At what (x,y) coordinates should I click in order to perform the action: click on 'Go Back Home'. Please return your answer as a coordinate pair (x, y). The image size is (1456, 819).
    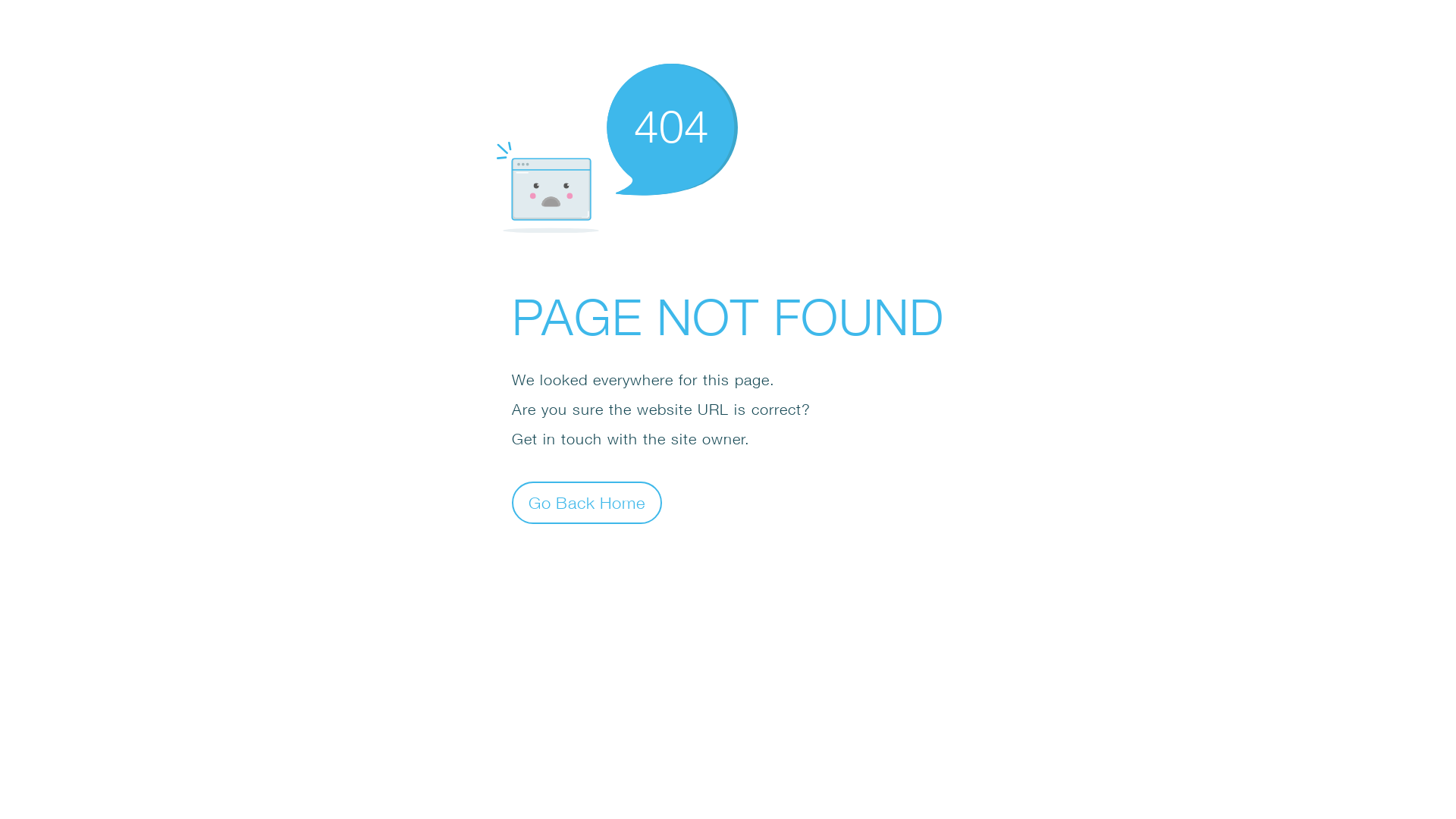
    Looking at the image, I should click on (585, 503).